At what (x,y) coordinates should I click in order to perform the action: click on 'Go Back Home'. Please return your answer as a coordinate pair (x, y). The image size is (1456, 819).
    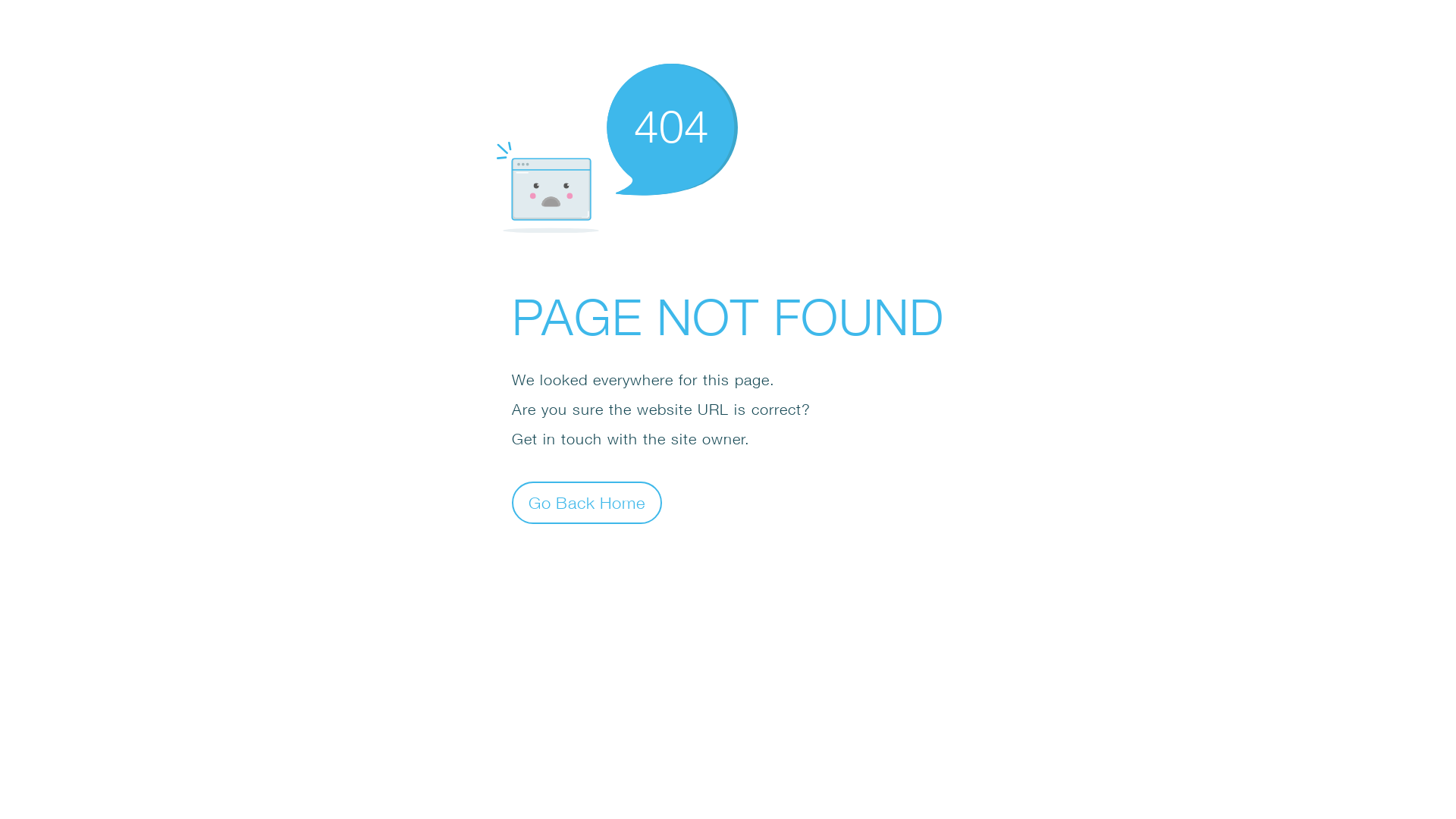
    Looking at the image, I should click on (585, 503).